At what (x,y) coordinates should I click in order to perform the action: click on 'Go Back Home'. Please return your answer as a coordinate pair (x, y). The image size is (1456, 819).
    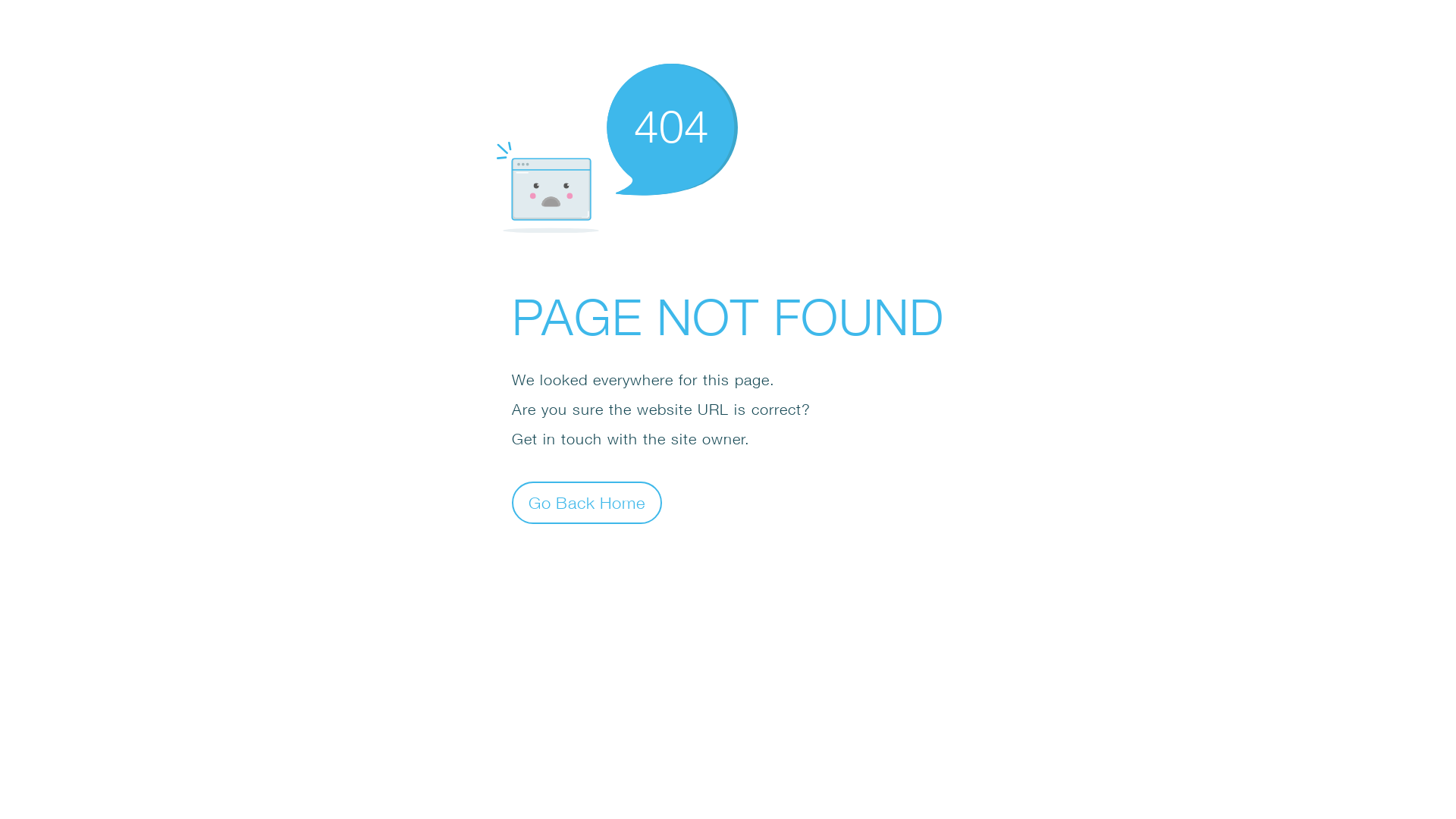
    Looking at the image, I should click on (585, 503).